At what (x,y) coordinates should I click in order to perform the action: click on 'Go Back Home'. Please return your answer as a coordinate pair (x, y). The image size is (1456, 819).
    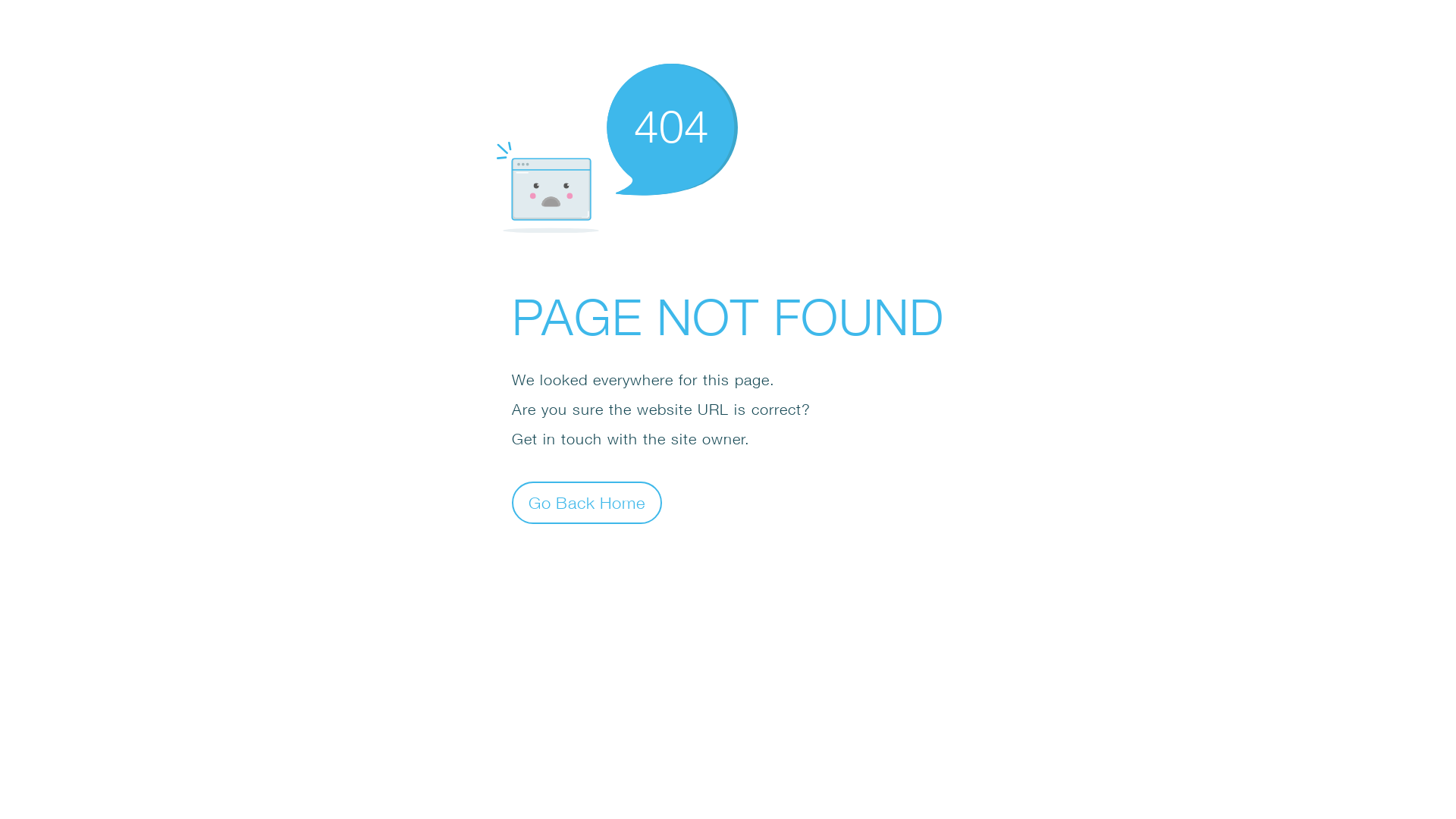
    Looking at the image, I should click on (585, 503).